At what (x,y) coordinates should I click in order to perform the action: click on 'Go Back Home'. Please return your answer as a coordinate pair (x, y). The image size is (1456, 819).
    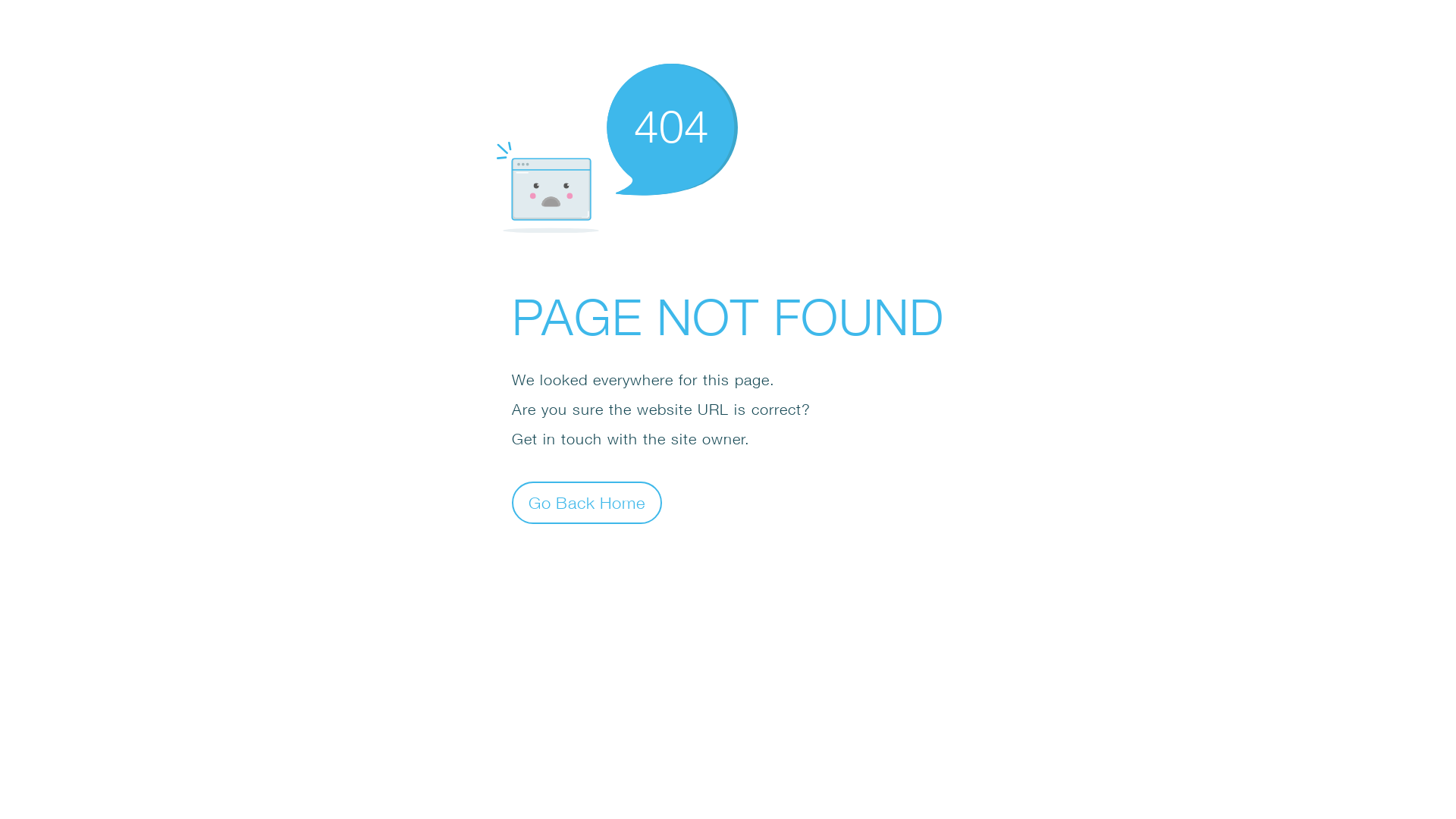
    Looking at the image, I should click on (585, 503).